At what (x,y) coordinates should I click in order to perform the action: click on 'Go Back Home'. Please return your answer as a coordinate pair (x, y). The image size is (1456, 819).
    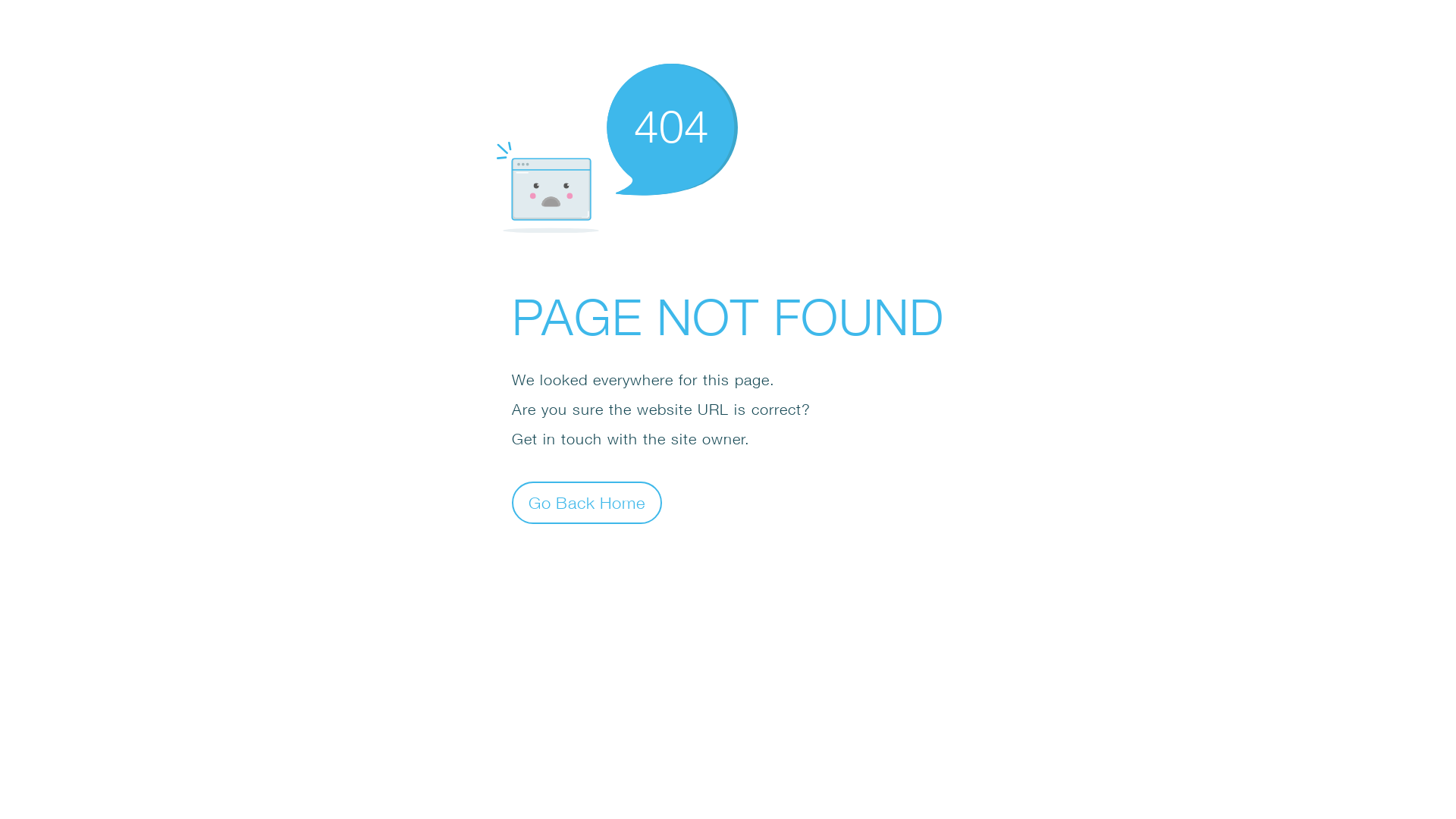
    Looking at the image, I should click on (585, 503).